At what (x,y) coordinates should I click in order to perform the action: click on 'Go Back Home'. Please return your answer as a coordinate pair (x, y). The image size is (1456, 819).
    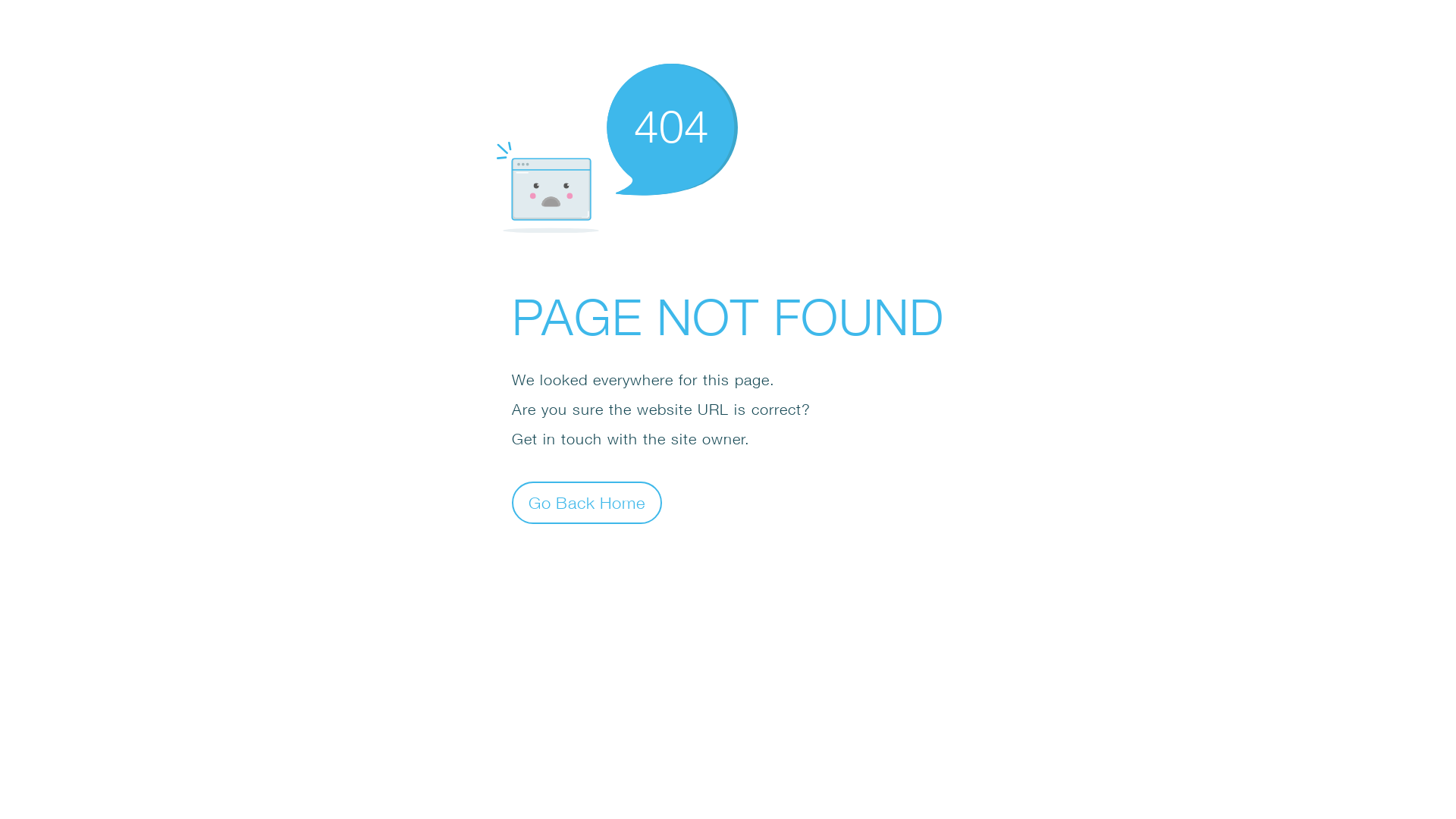
    Looking at the image, I should click on (585, 503).